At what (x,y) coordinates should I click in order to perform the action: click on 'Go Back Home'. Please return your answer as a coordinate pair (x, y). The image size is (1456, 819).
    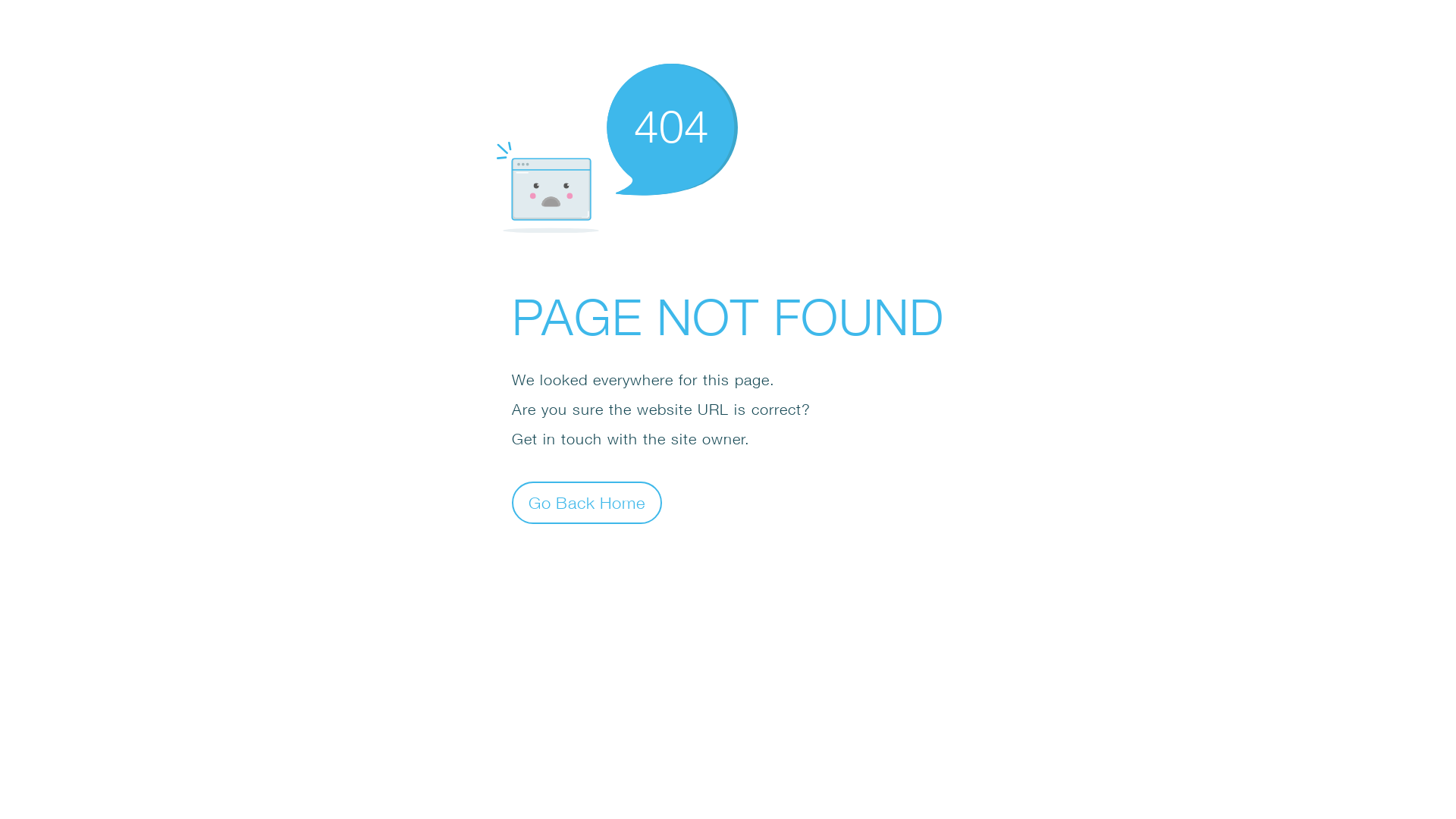
    Looking at the image, I should click on (585, 503).